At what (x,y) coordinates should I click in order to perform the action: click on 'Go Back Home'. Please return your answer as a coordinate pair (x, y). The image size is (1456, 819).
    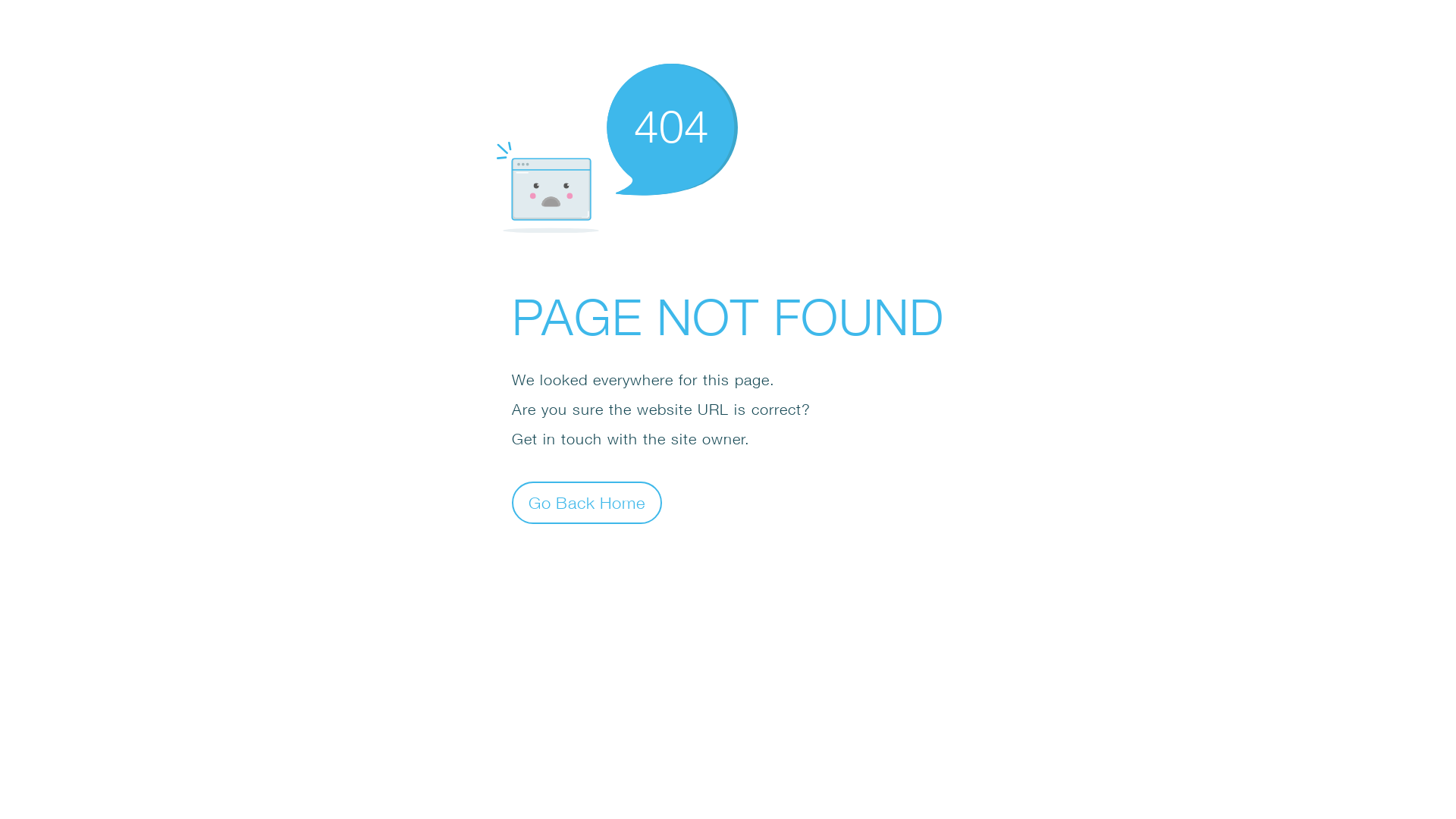
    Looking at the image, I should click on (585, 503).